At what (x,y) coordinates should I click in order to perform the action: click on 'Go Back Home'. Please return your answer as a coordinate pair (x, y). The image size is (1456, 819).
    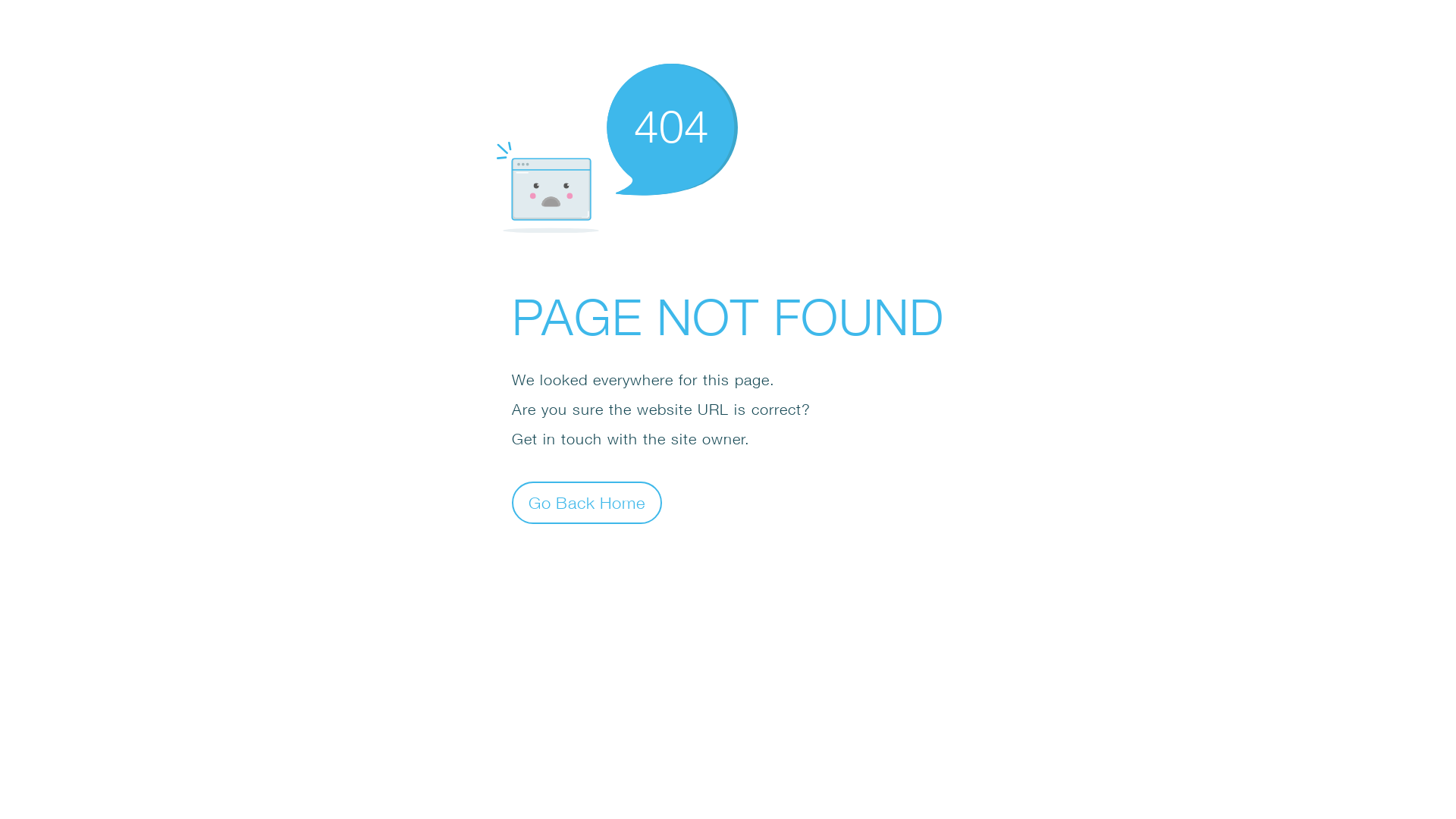
    Looking at the image, I should click on (585, 503).